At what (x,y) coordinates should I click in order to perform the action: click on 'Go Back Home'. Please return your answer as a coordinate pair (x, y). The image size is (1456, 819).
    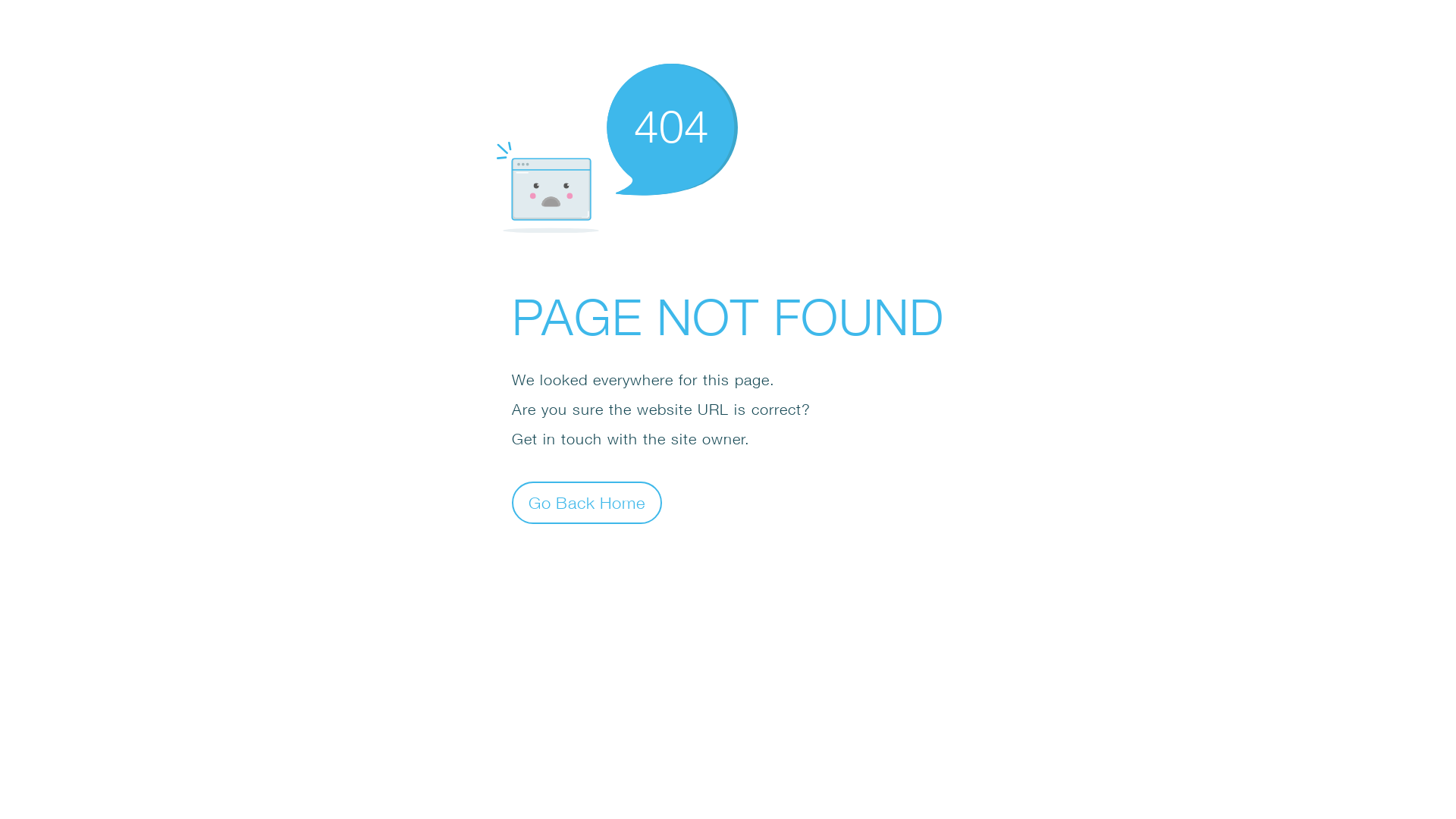
    Looking at the image, I should click on (585, 503).